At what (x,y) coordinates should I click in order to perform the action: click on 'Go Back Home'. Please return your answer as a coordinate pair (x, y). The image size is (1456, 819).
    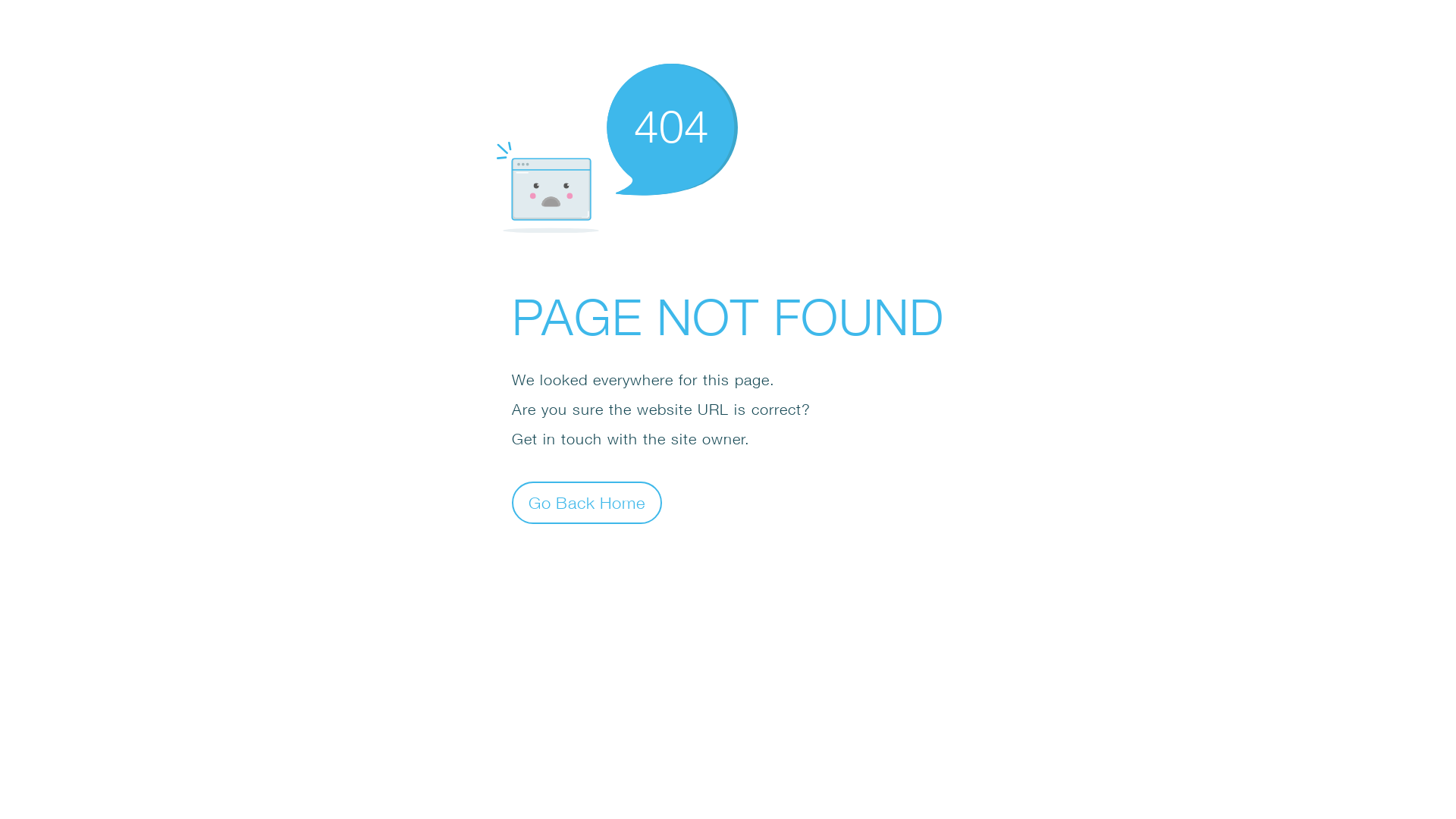
    Looking at the image, I should click on (585, 503).